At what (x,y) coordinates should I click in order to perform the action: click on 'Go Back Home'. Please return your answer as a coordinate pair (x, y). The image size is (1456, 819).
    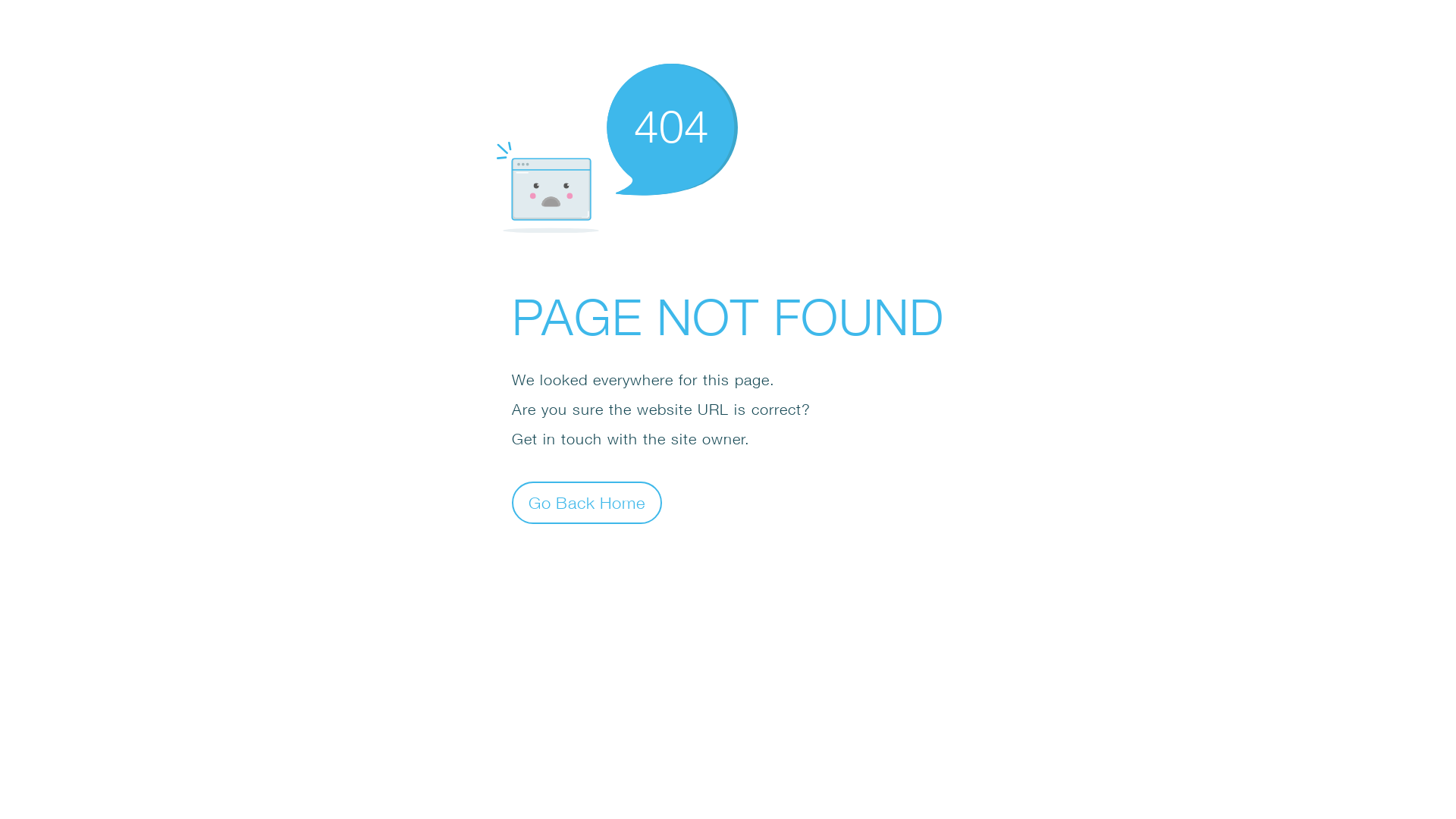
    Looking at the image, I should click on (585, 503).